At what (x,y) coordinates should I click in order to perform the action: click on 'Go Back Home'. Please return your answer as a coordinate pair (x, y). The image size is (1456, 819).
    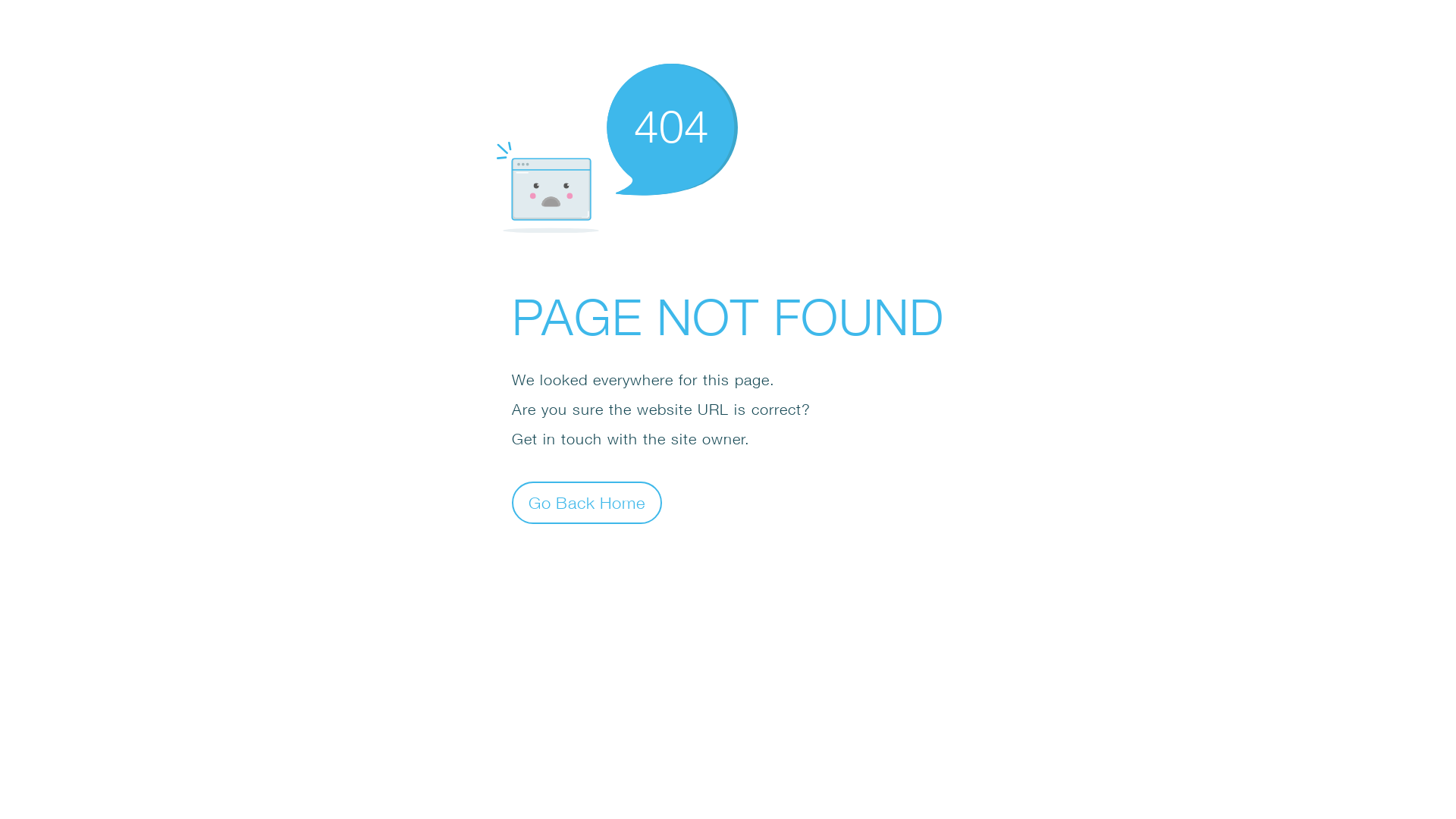
    Looking at the image, I should click on (585, 503).